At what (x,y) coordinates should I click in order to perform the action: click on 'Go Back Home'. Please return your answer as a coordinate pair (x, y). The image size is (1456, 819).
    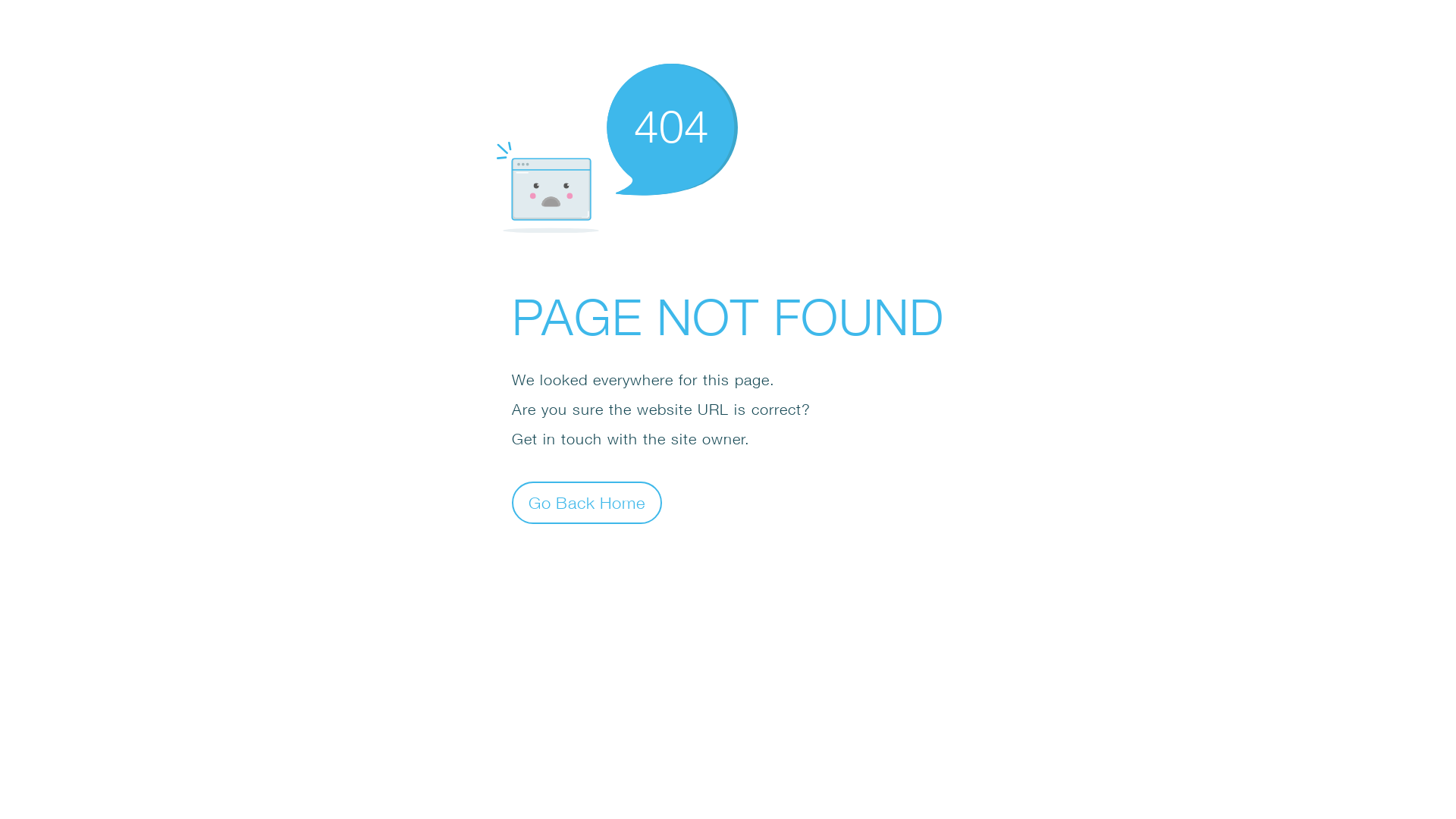
    Looking at the image, I should click on (585, 503).